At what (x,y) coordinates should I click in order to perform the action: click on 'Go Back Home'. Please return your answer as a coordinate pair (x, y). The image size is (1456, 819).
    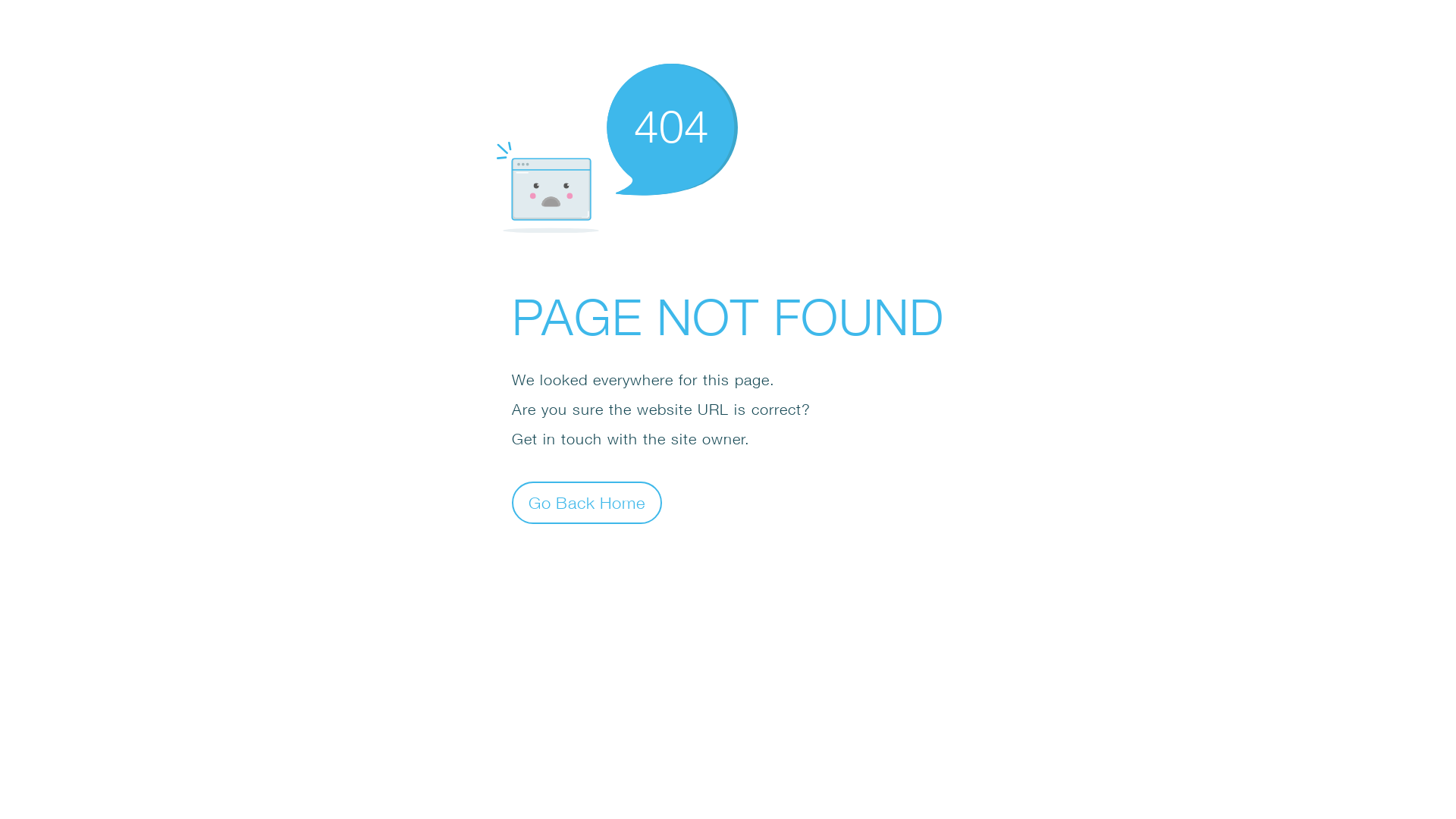
    Looking at the image, I should click on (585, 503).